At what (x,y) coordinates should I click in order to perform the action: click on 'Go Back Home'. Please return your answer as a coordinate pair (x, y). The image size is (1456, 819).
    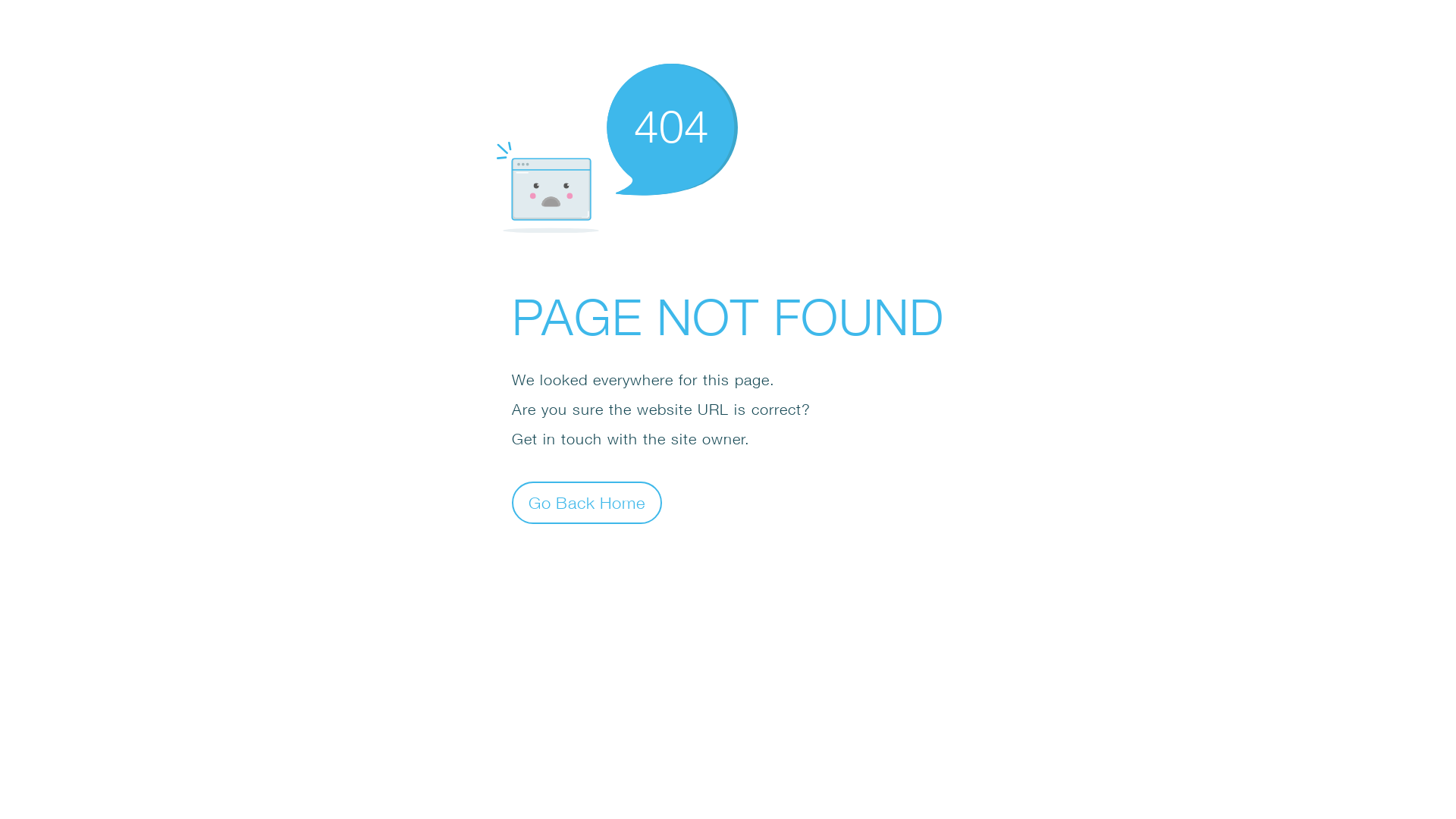
    Looking at the image, I should click on (585, 503).